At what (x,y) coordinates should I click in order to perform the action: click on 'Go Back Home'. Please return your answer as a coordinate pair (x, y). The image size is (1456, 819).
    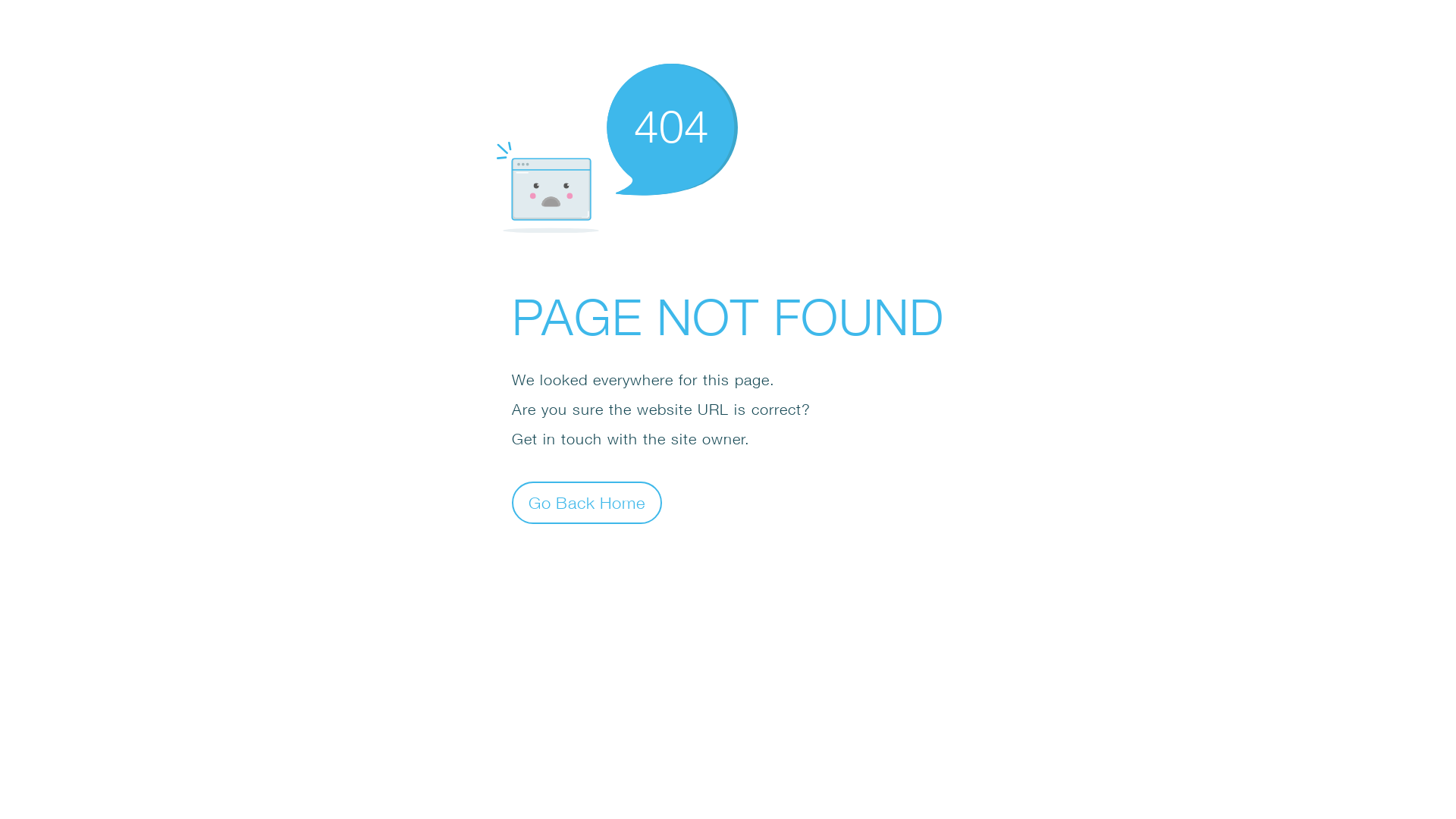
    Looking at the image, I should click on (585, 503).